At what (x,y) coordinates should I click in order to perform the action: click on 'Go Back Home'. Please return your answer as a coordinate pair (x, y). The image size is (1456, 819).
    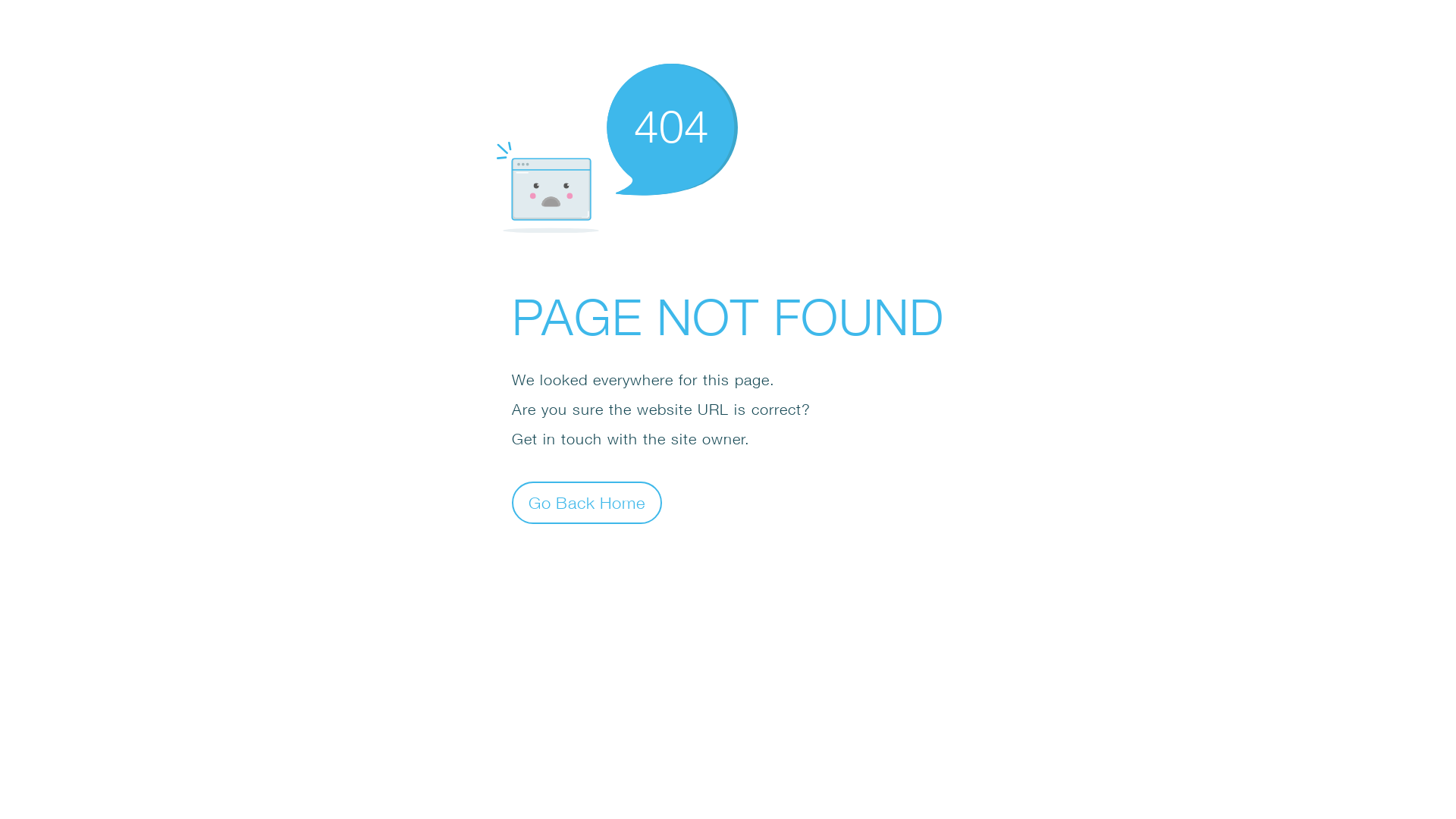
    Looking at the image, I should click on (585, 503).